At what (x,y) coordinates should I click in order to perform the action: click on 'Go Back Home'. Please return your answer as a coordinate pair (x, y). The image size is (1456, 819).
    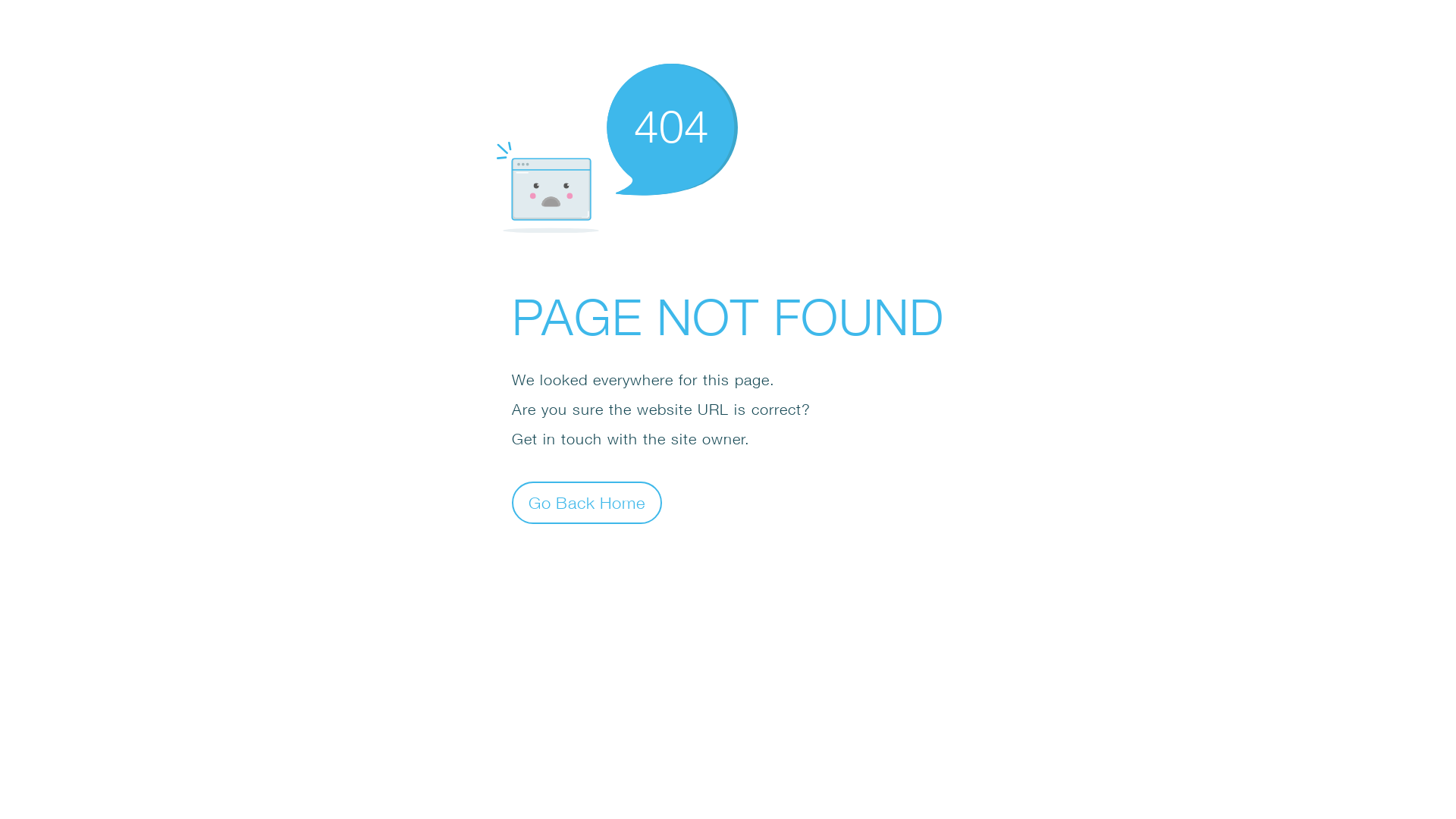
    Looking at the image, I should click on (585, 503).